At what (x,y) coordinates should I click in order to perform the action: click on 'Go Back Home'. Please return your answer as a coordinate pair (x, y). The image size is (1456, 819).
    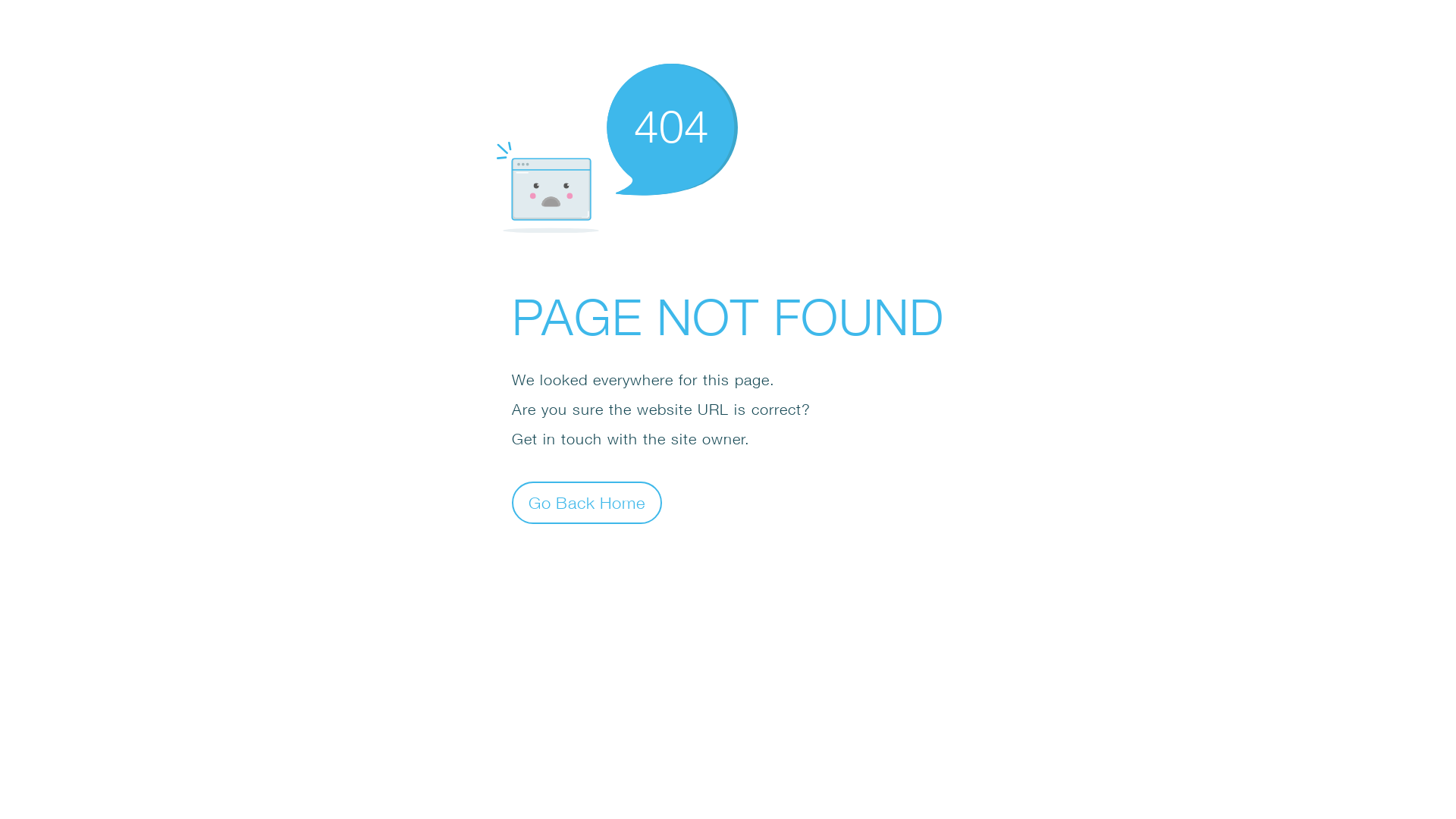
    Looking at the image, I should click on (585, 503).